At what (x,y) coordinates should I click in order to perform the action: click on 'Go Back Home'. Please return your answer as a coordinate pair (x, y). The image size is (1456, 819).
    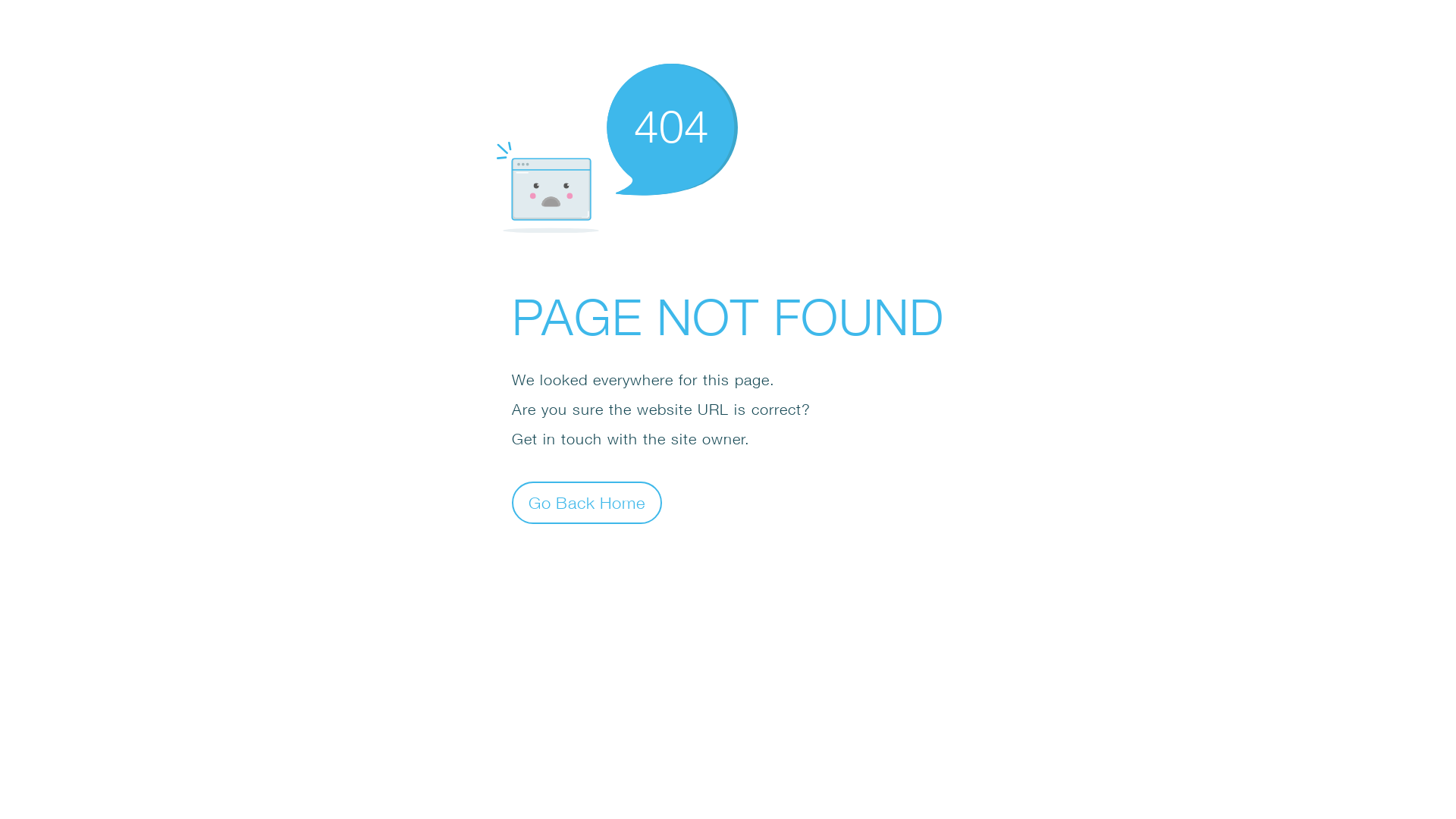
    Looking at the image, I should click on (585, 503).